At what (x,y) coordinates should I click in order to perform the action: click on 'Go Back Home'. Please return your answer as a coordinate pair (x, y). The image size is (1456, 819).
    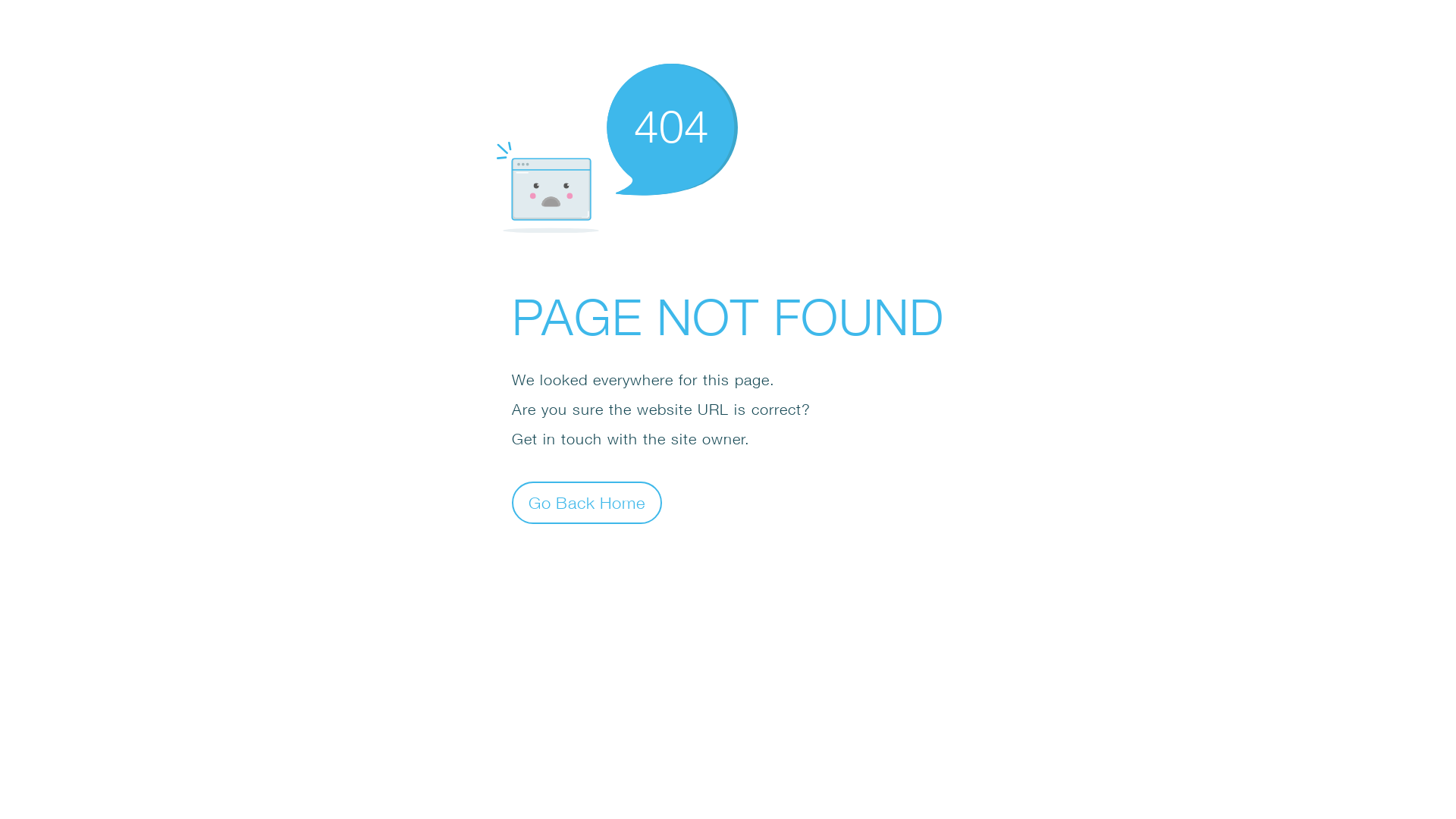
    Looking at the image, I should click on (585, 503).